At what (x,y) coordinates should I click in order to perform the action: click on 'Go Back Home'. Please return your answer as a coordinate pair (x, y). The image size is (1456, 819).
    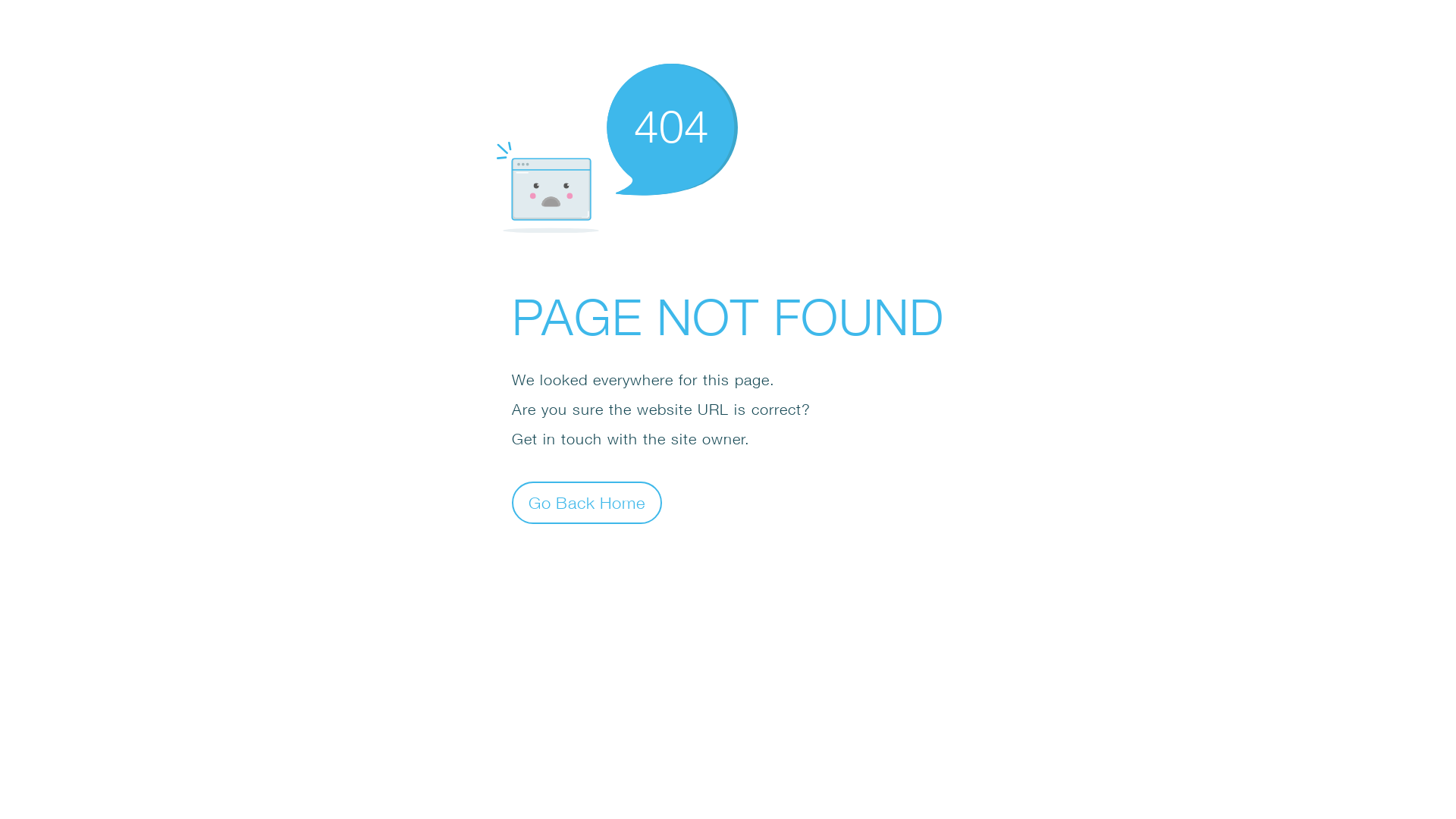
    Looking at the image, I should click on (585, 503).